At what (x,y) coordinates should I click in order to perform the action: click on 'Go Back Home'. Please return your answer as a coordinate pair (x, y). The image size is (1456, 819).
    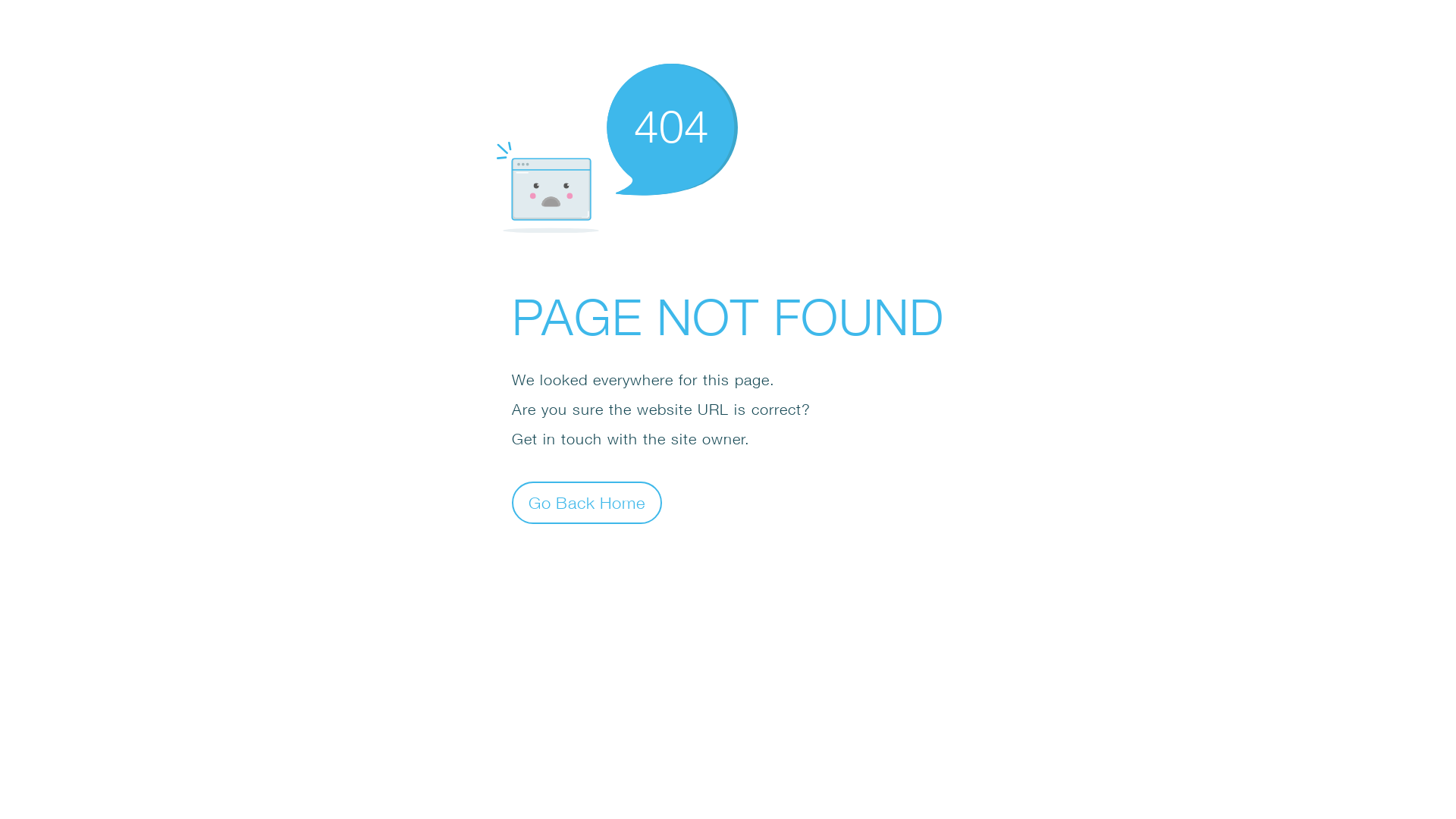
    Looking at the image, I should click on (585, 503).